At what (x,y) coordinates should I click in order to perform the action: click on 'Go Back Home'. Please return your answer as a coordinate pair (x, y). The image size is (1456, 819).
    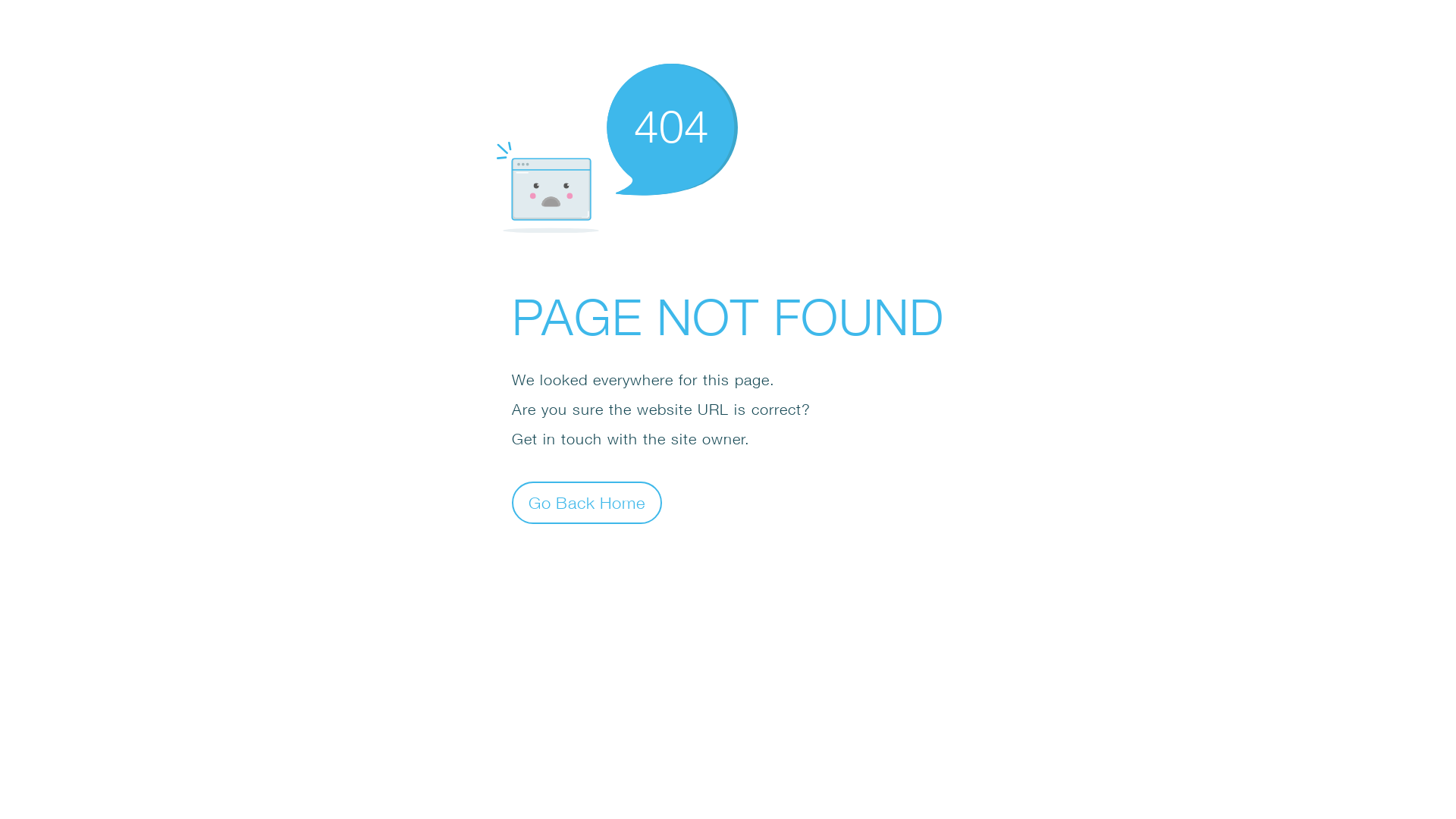
    Looking at the image, I should click on (585, 503).